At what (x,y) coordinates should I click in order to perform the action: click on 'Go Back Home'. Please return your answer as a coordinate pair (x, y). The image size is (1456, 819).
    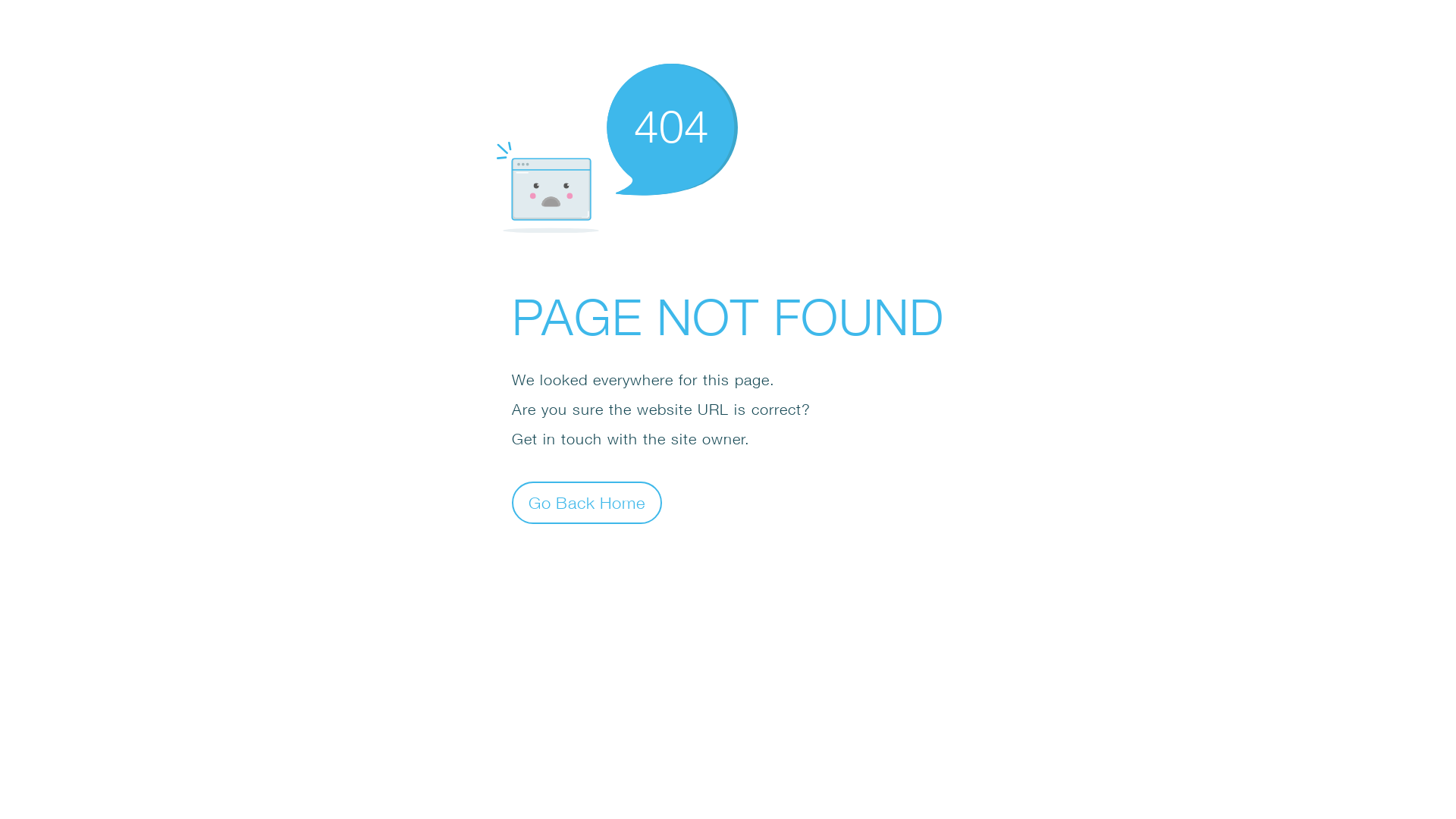
    Looking at the image, I should click on (585, 503).